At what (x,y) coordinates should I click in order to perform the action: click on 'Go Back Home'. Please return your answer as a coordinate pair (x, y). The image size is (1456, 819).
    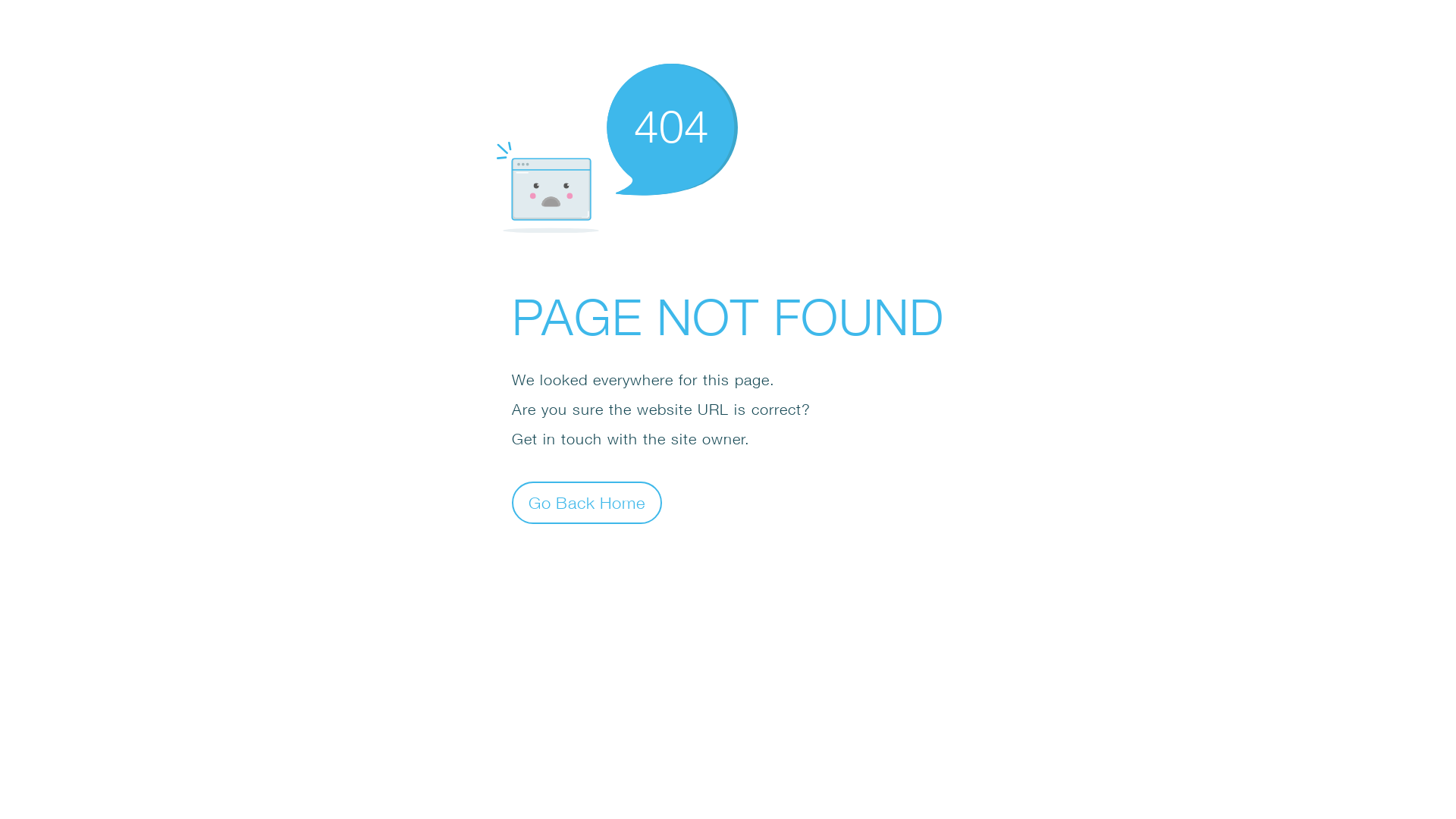
    Looking at the image, I should click on (585, 503).